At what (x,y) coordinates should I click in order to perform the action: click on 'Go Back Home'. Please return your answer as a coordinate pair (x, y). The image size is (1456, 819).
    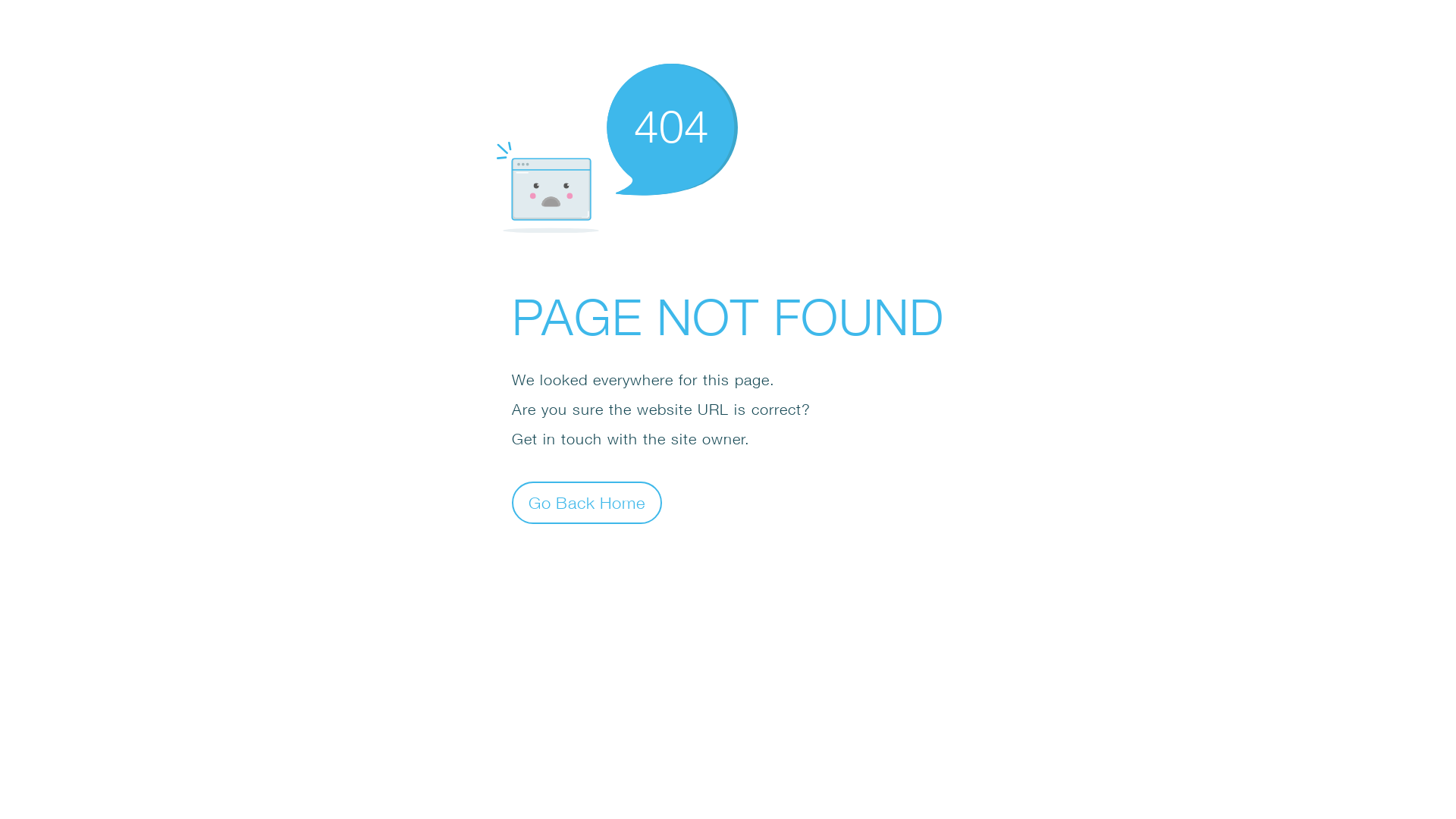
    Looking at the image, I should click on (585, 503).